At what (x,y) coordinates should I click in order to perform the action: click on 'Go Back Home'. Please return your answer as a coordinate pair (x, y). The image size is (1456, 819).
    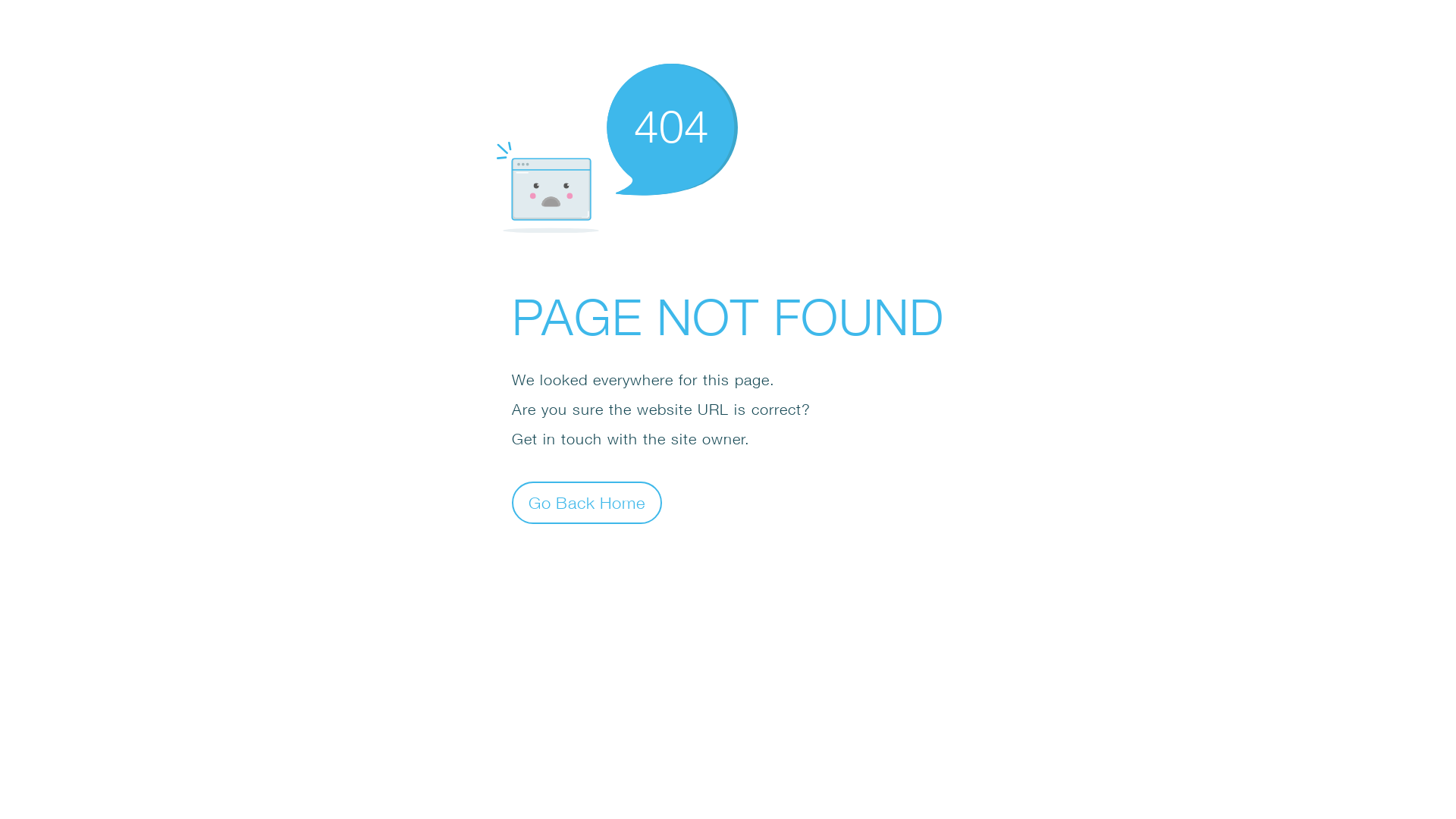
    Looking at the image, I should click on (585, 503).